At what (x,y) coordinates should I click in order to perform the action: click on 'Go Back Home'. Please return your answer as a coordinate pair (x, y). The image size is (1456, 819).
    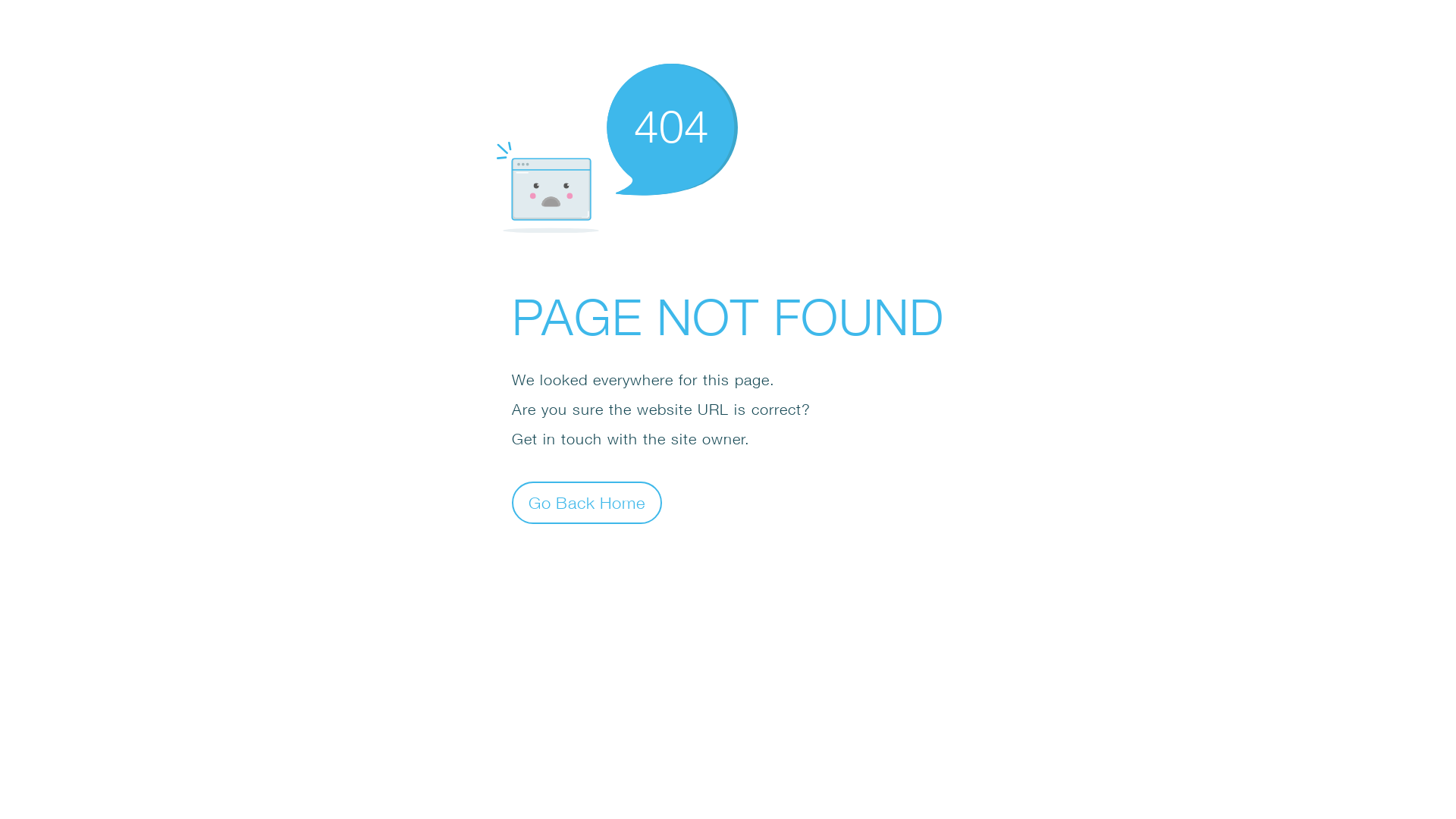
    Looking at the image, I should click on (585, 503).